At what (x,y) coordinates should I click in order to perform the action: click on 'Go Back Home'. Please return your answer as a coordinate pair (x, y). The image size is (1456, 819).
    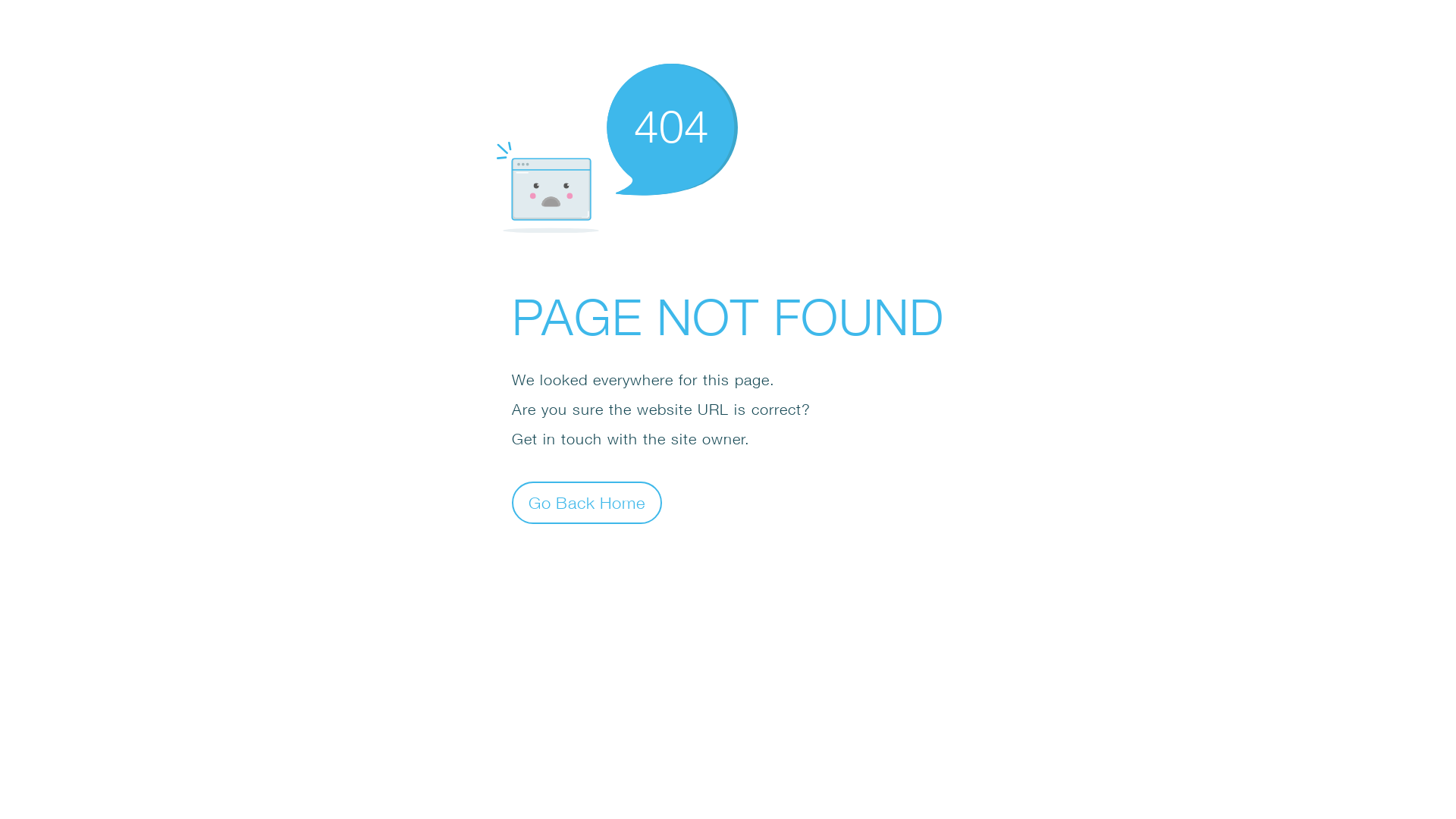
    Looking at the image, I should click on (585, 503).